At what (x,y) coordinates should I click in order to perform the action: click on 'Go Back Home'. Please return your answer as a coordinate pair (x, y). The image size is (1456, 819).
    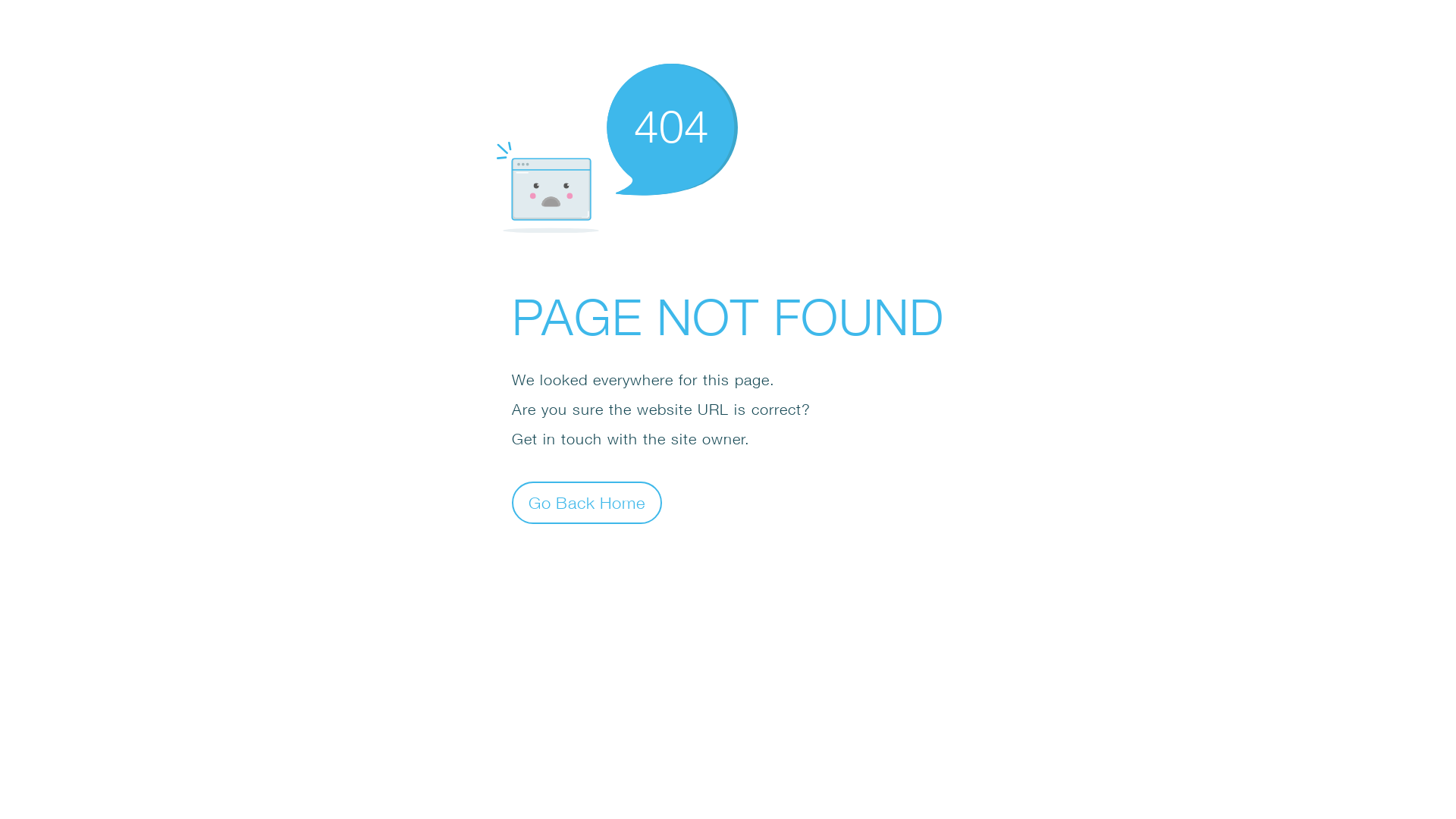
    Looking at the image, I should click on (585, 503).